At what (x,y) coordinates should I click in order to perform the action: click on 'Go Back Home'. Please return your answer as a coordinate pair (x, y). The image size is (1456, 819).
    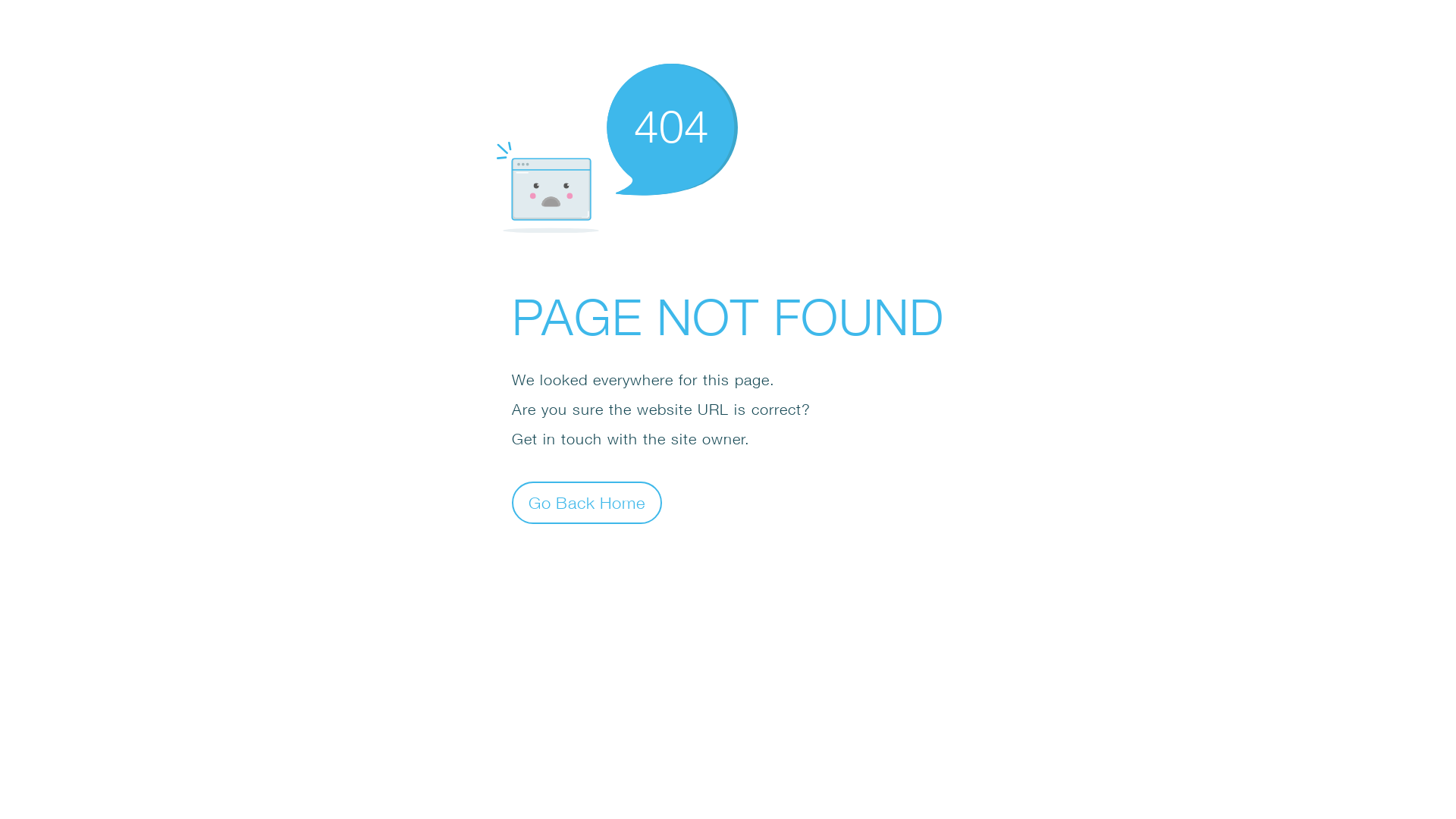
    Looking at the image, I should click on (585, 503).